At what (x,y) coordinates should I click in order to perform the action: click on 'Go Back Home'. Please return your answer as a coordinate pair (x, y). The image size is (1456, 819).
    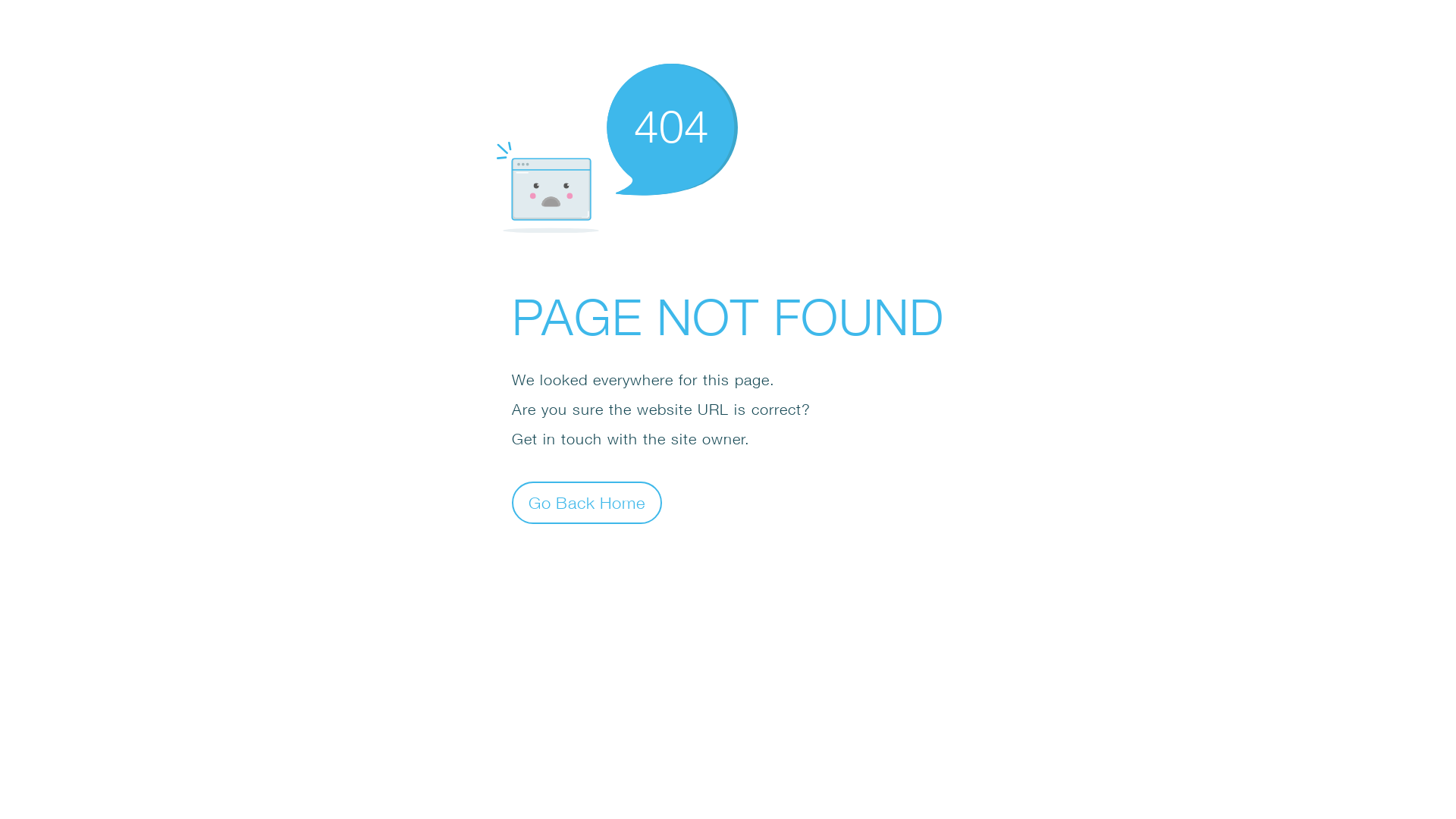
    Looking at the image, I should click on (585, 503).